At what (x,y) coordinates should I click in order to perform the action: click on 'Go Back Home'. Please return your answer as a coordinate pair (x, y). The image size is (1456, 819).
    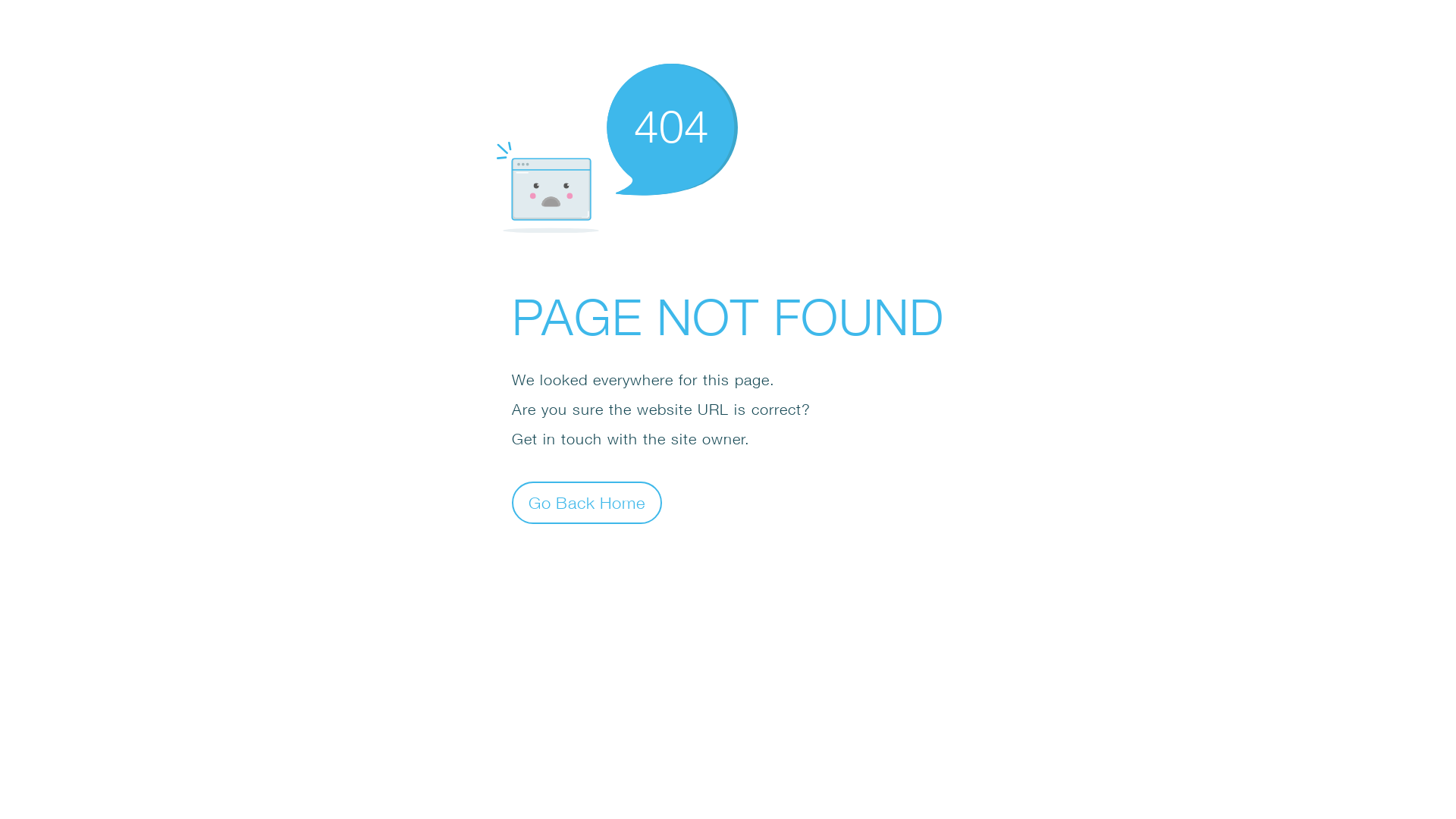
    Looking at the image, I should click on (585, 503).